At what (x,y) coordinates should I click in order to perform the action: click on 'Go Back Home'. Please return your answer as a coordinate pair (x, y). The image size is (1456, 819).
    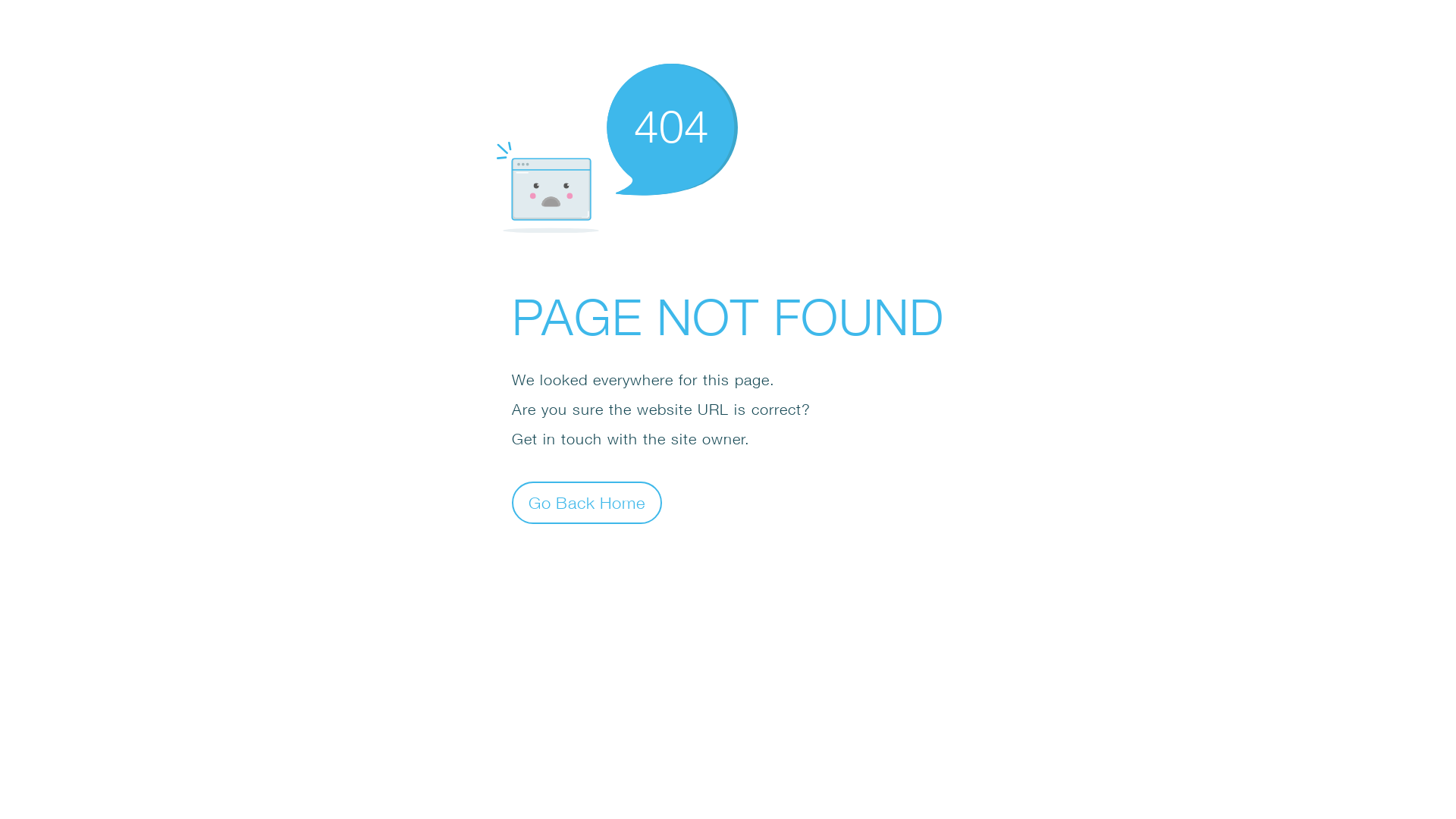
    Looking at the image, I should click on (585, 503).